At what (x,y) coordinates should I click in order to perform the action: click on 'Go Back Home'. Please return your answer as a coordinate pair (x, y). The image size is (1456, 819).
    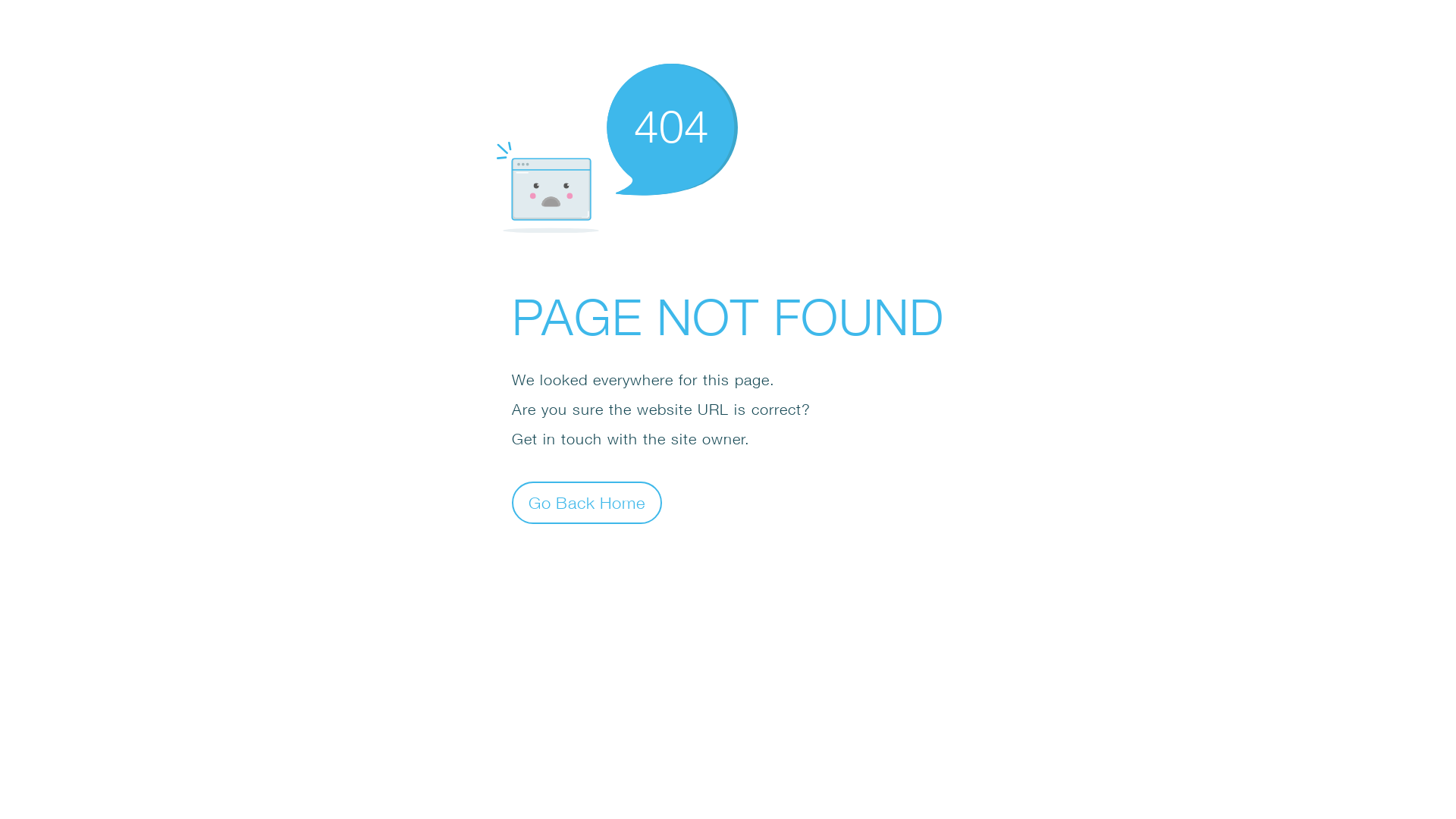
    Looking at the image, I should click on (585, 503).